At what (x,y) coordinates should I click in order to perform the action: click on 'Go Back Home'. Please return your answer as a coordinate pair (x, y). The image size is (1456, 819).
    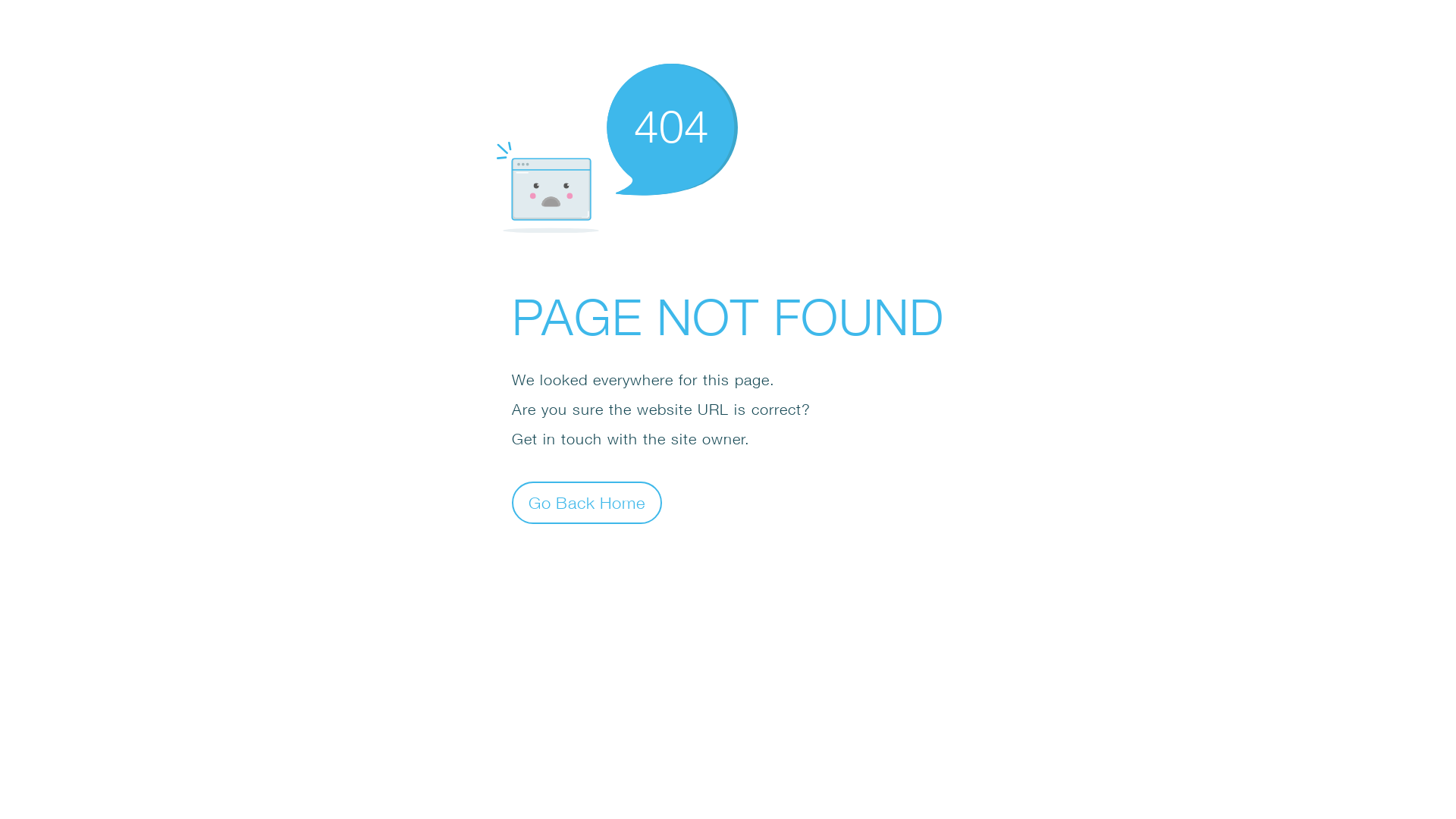
    Looking at the image, I should click on (585, 503).